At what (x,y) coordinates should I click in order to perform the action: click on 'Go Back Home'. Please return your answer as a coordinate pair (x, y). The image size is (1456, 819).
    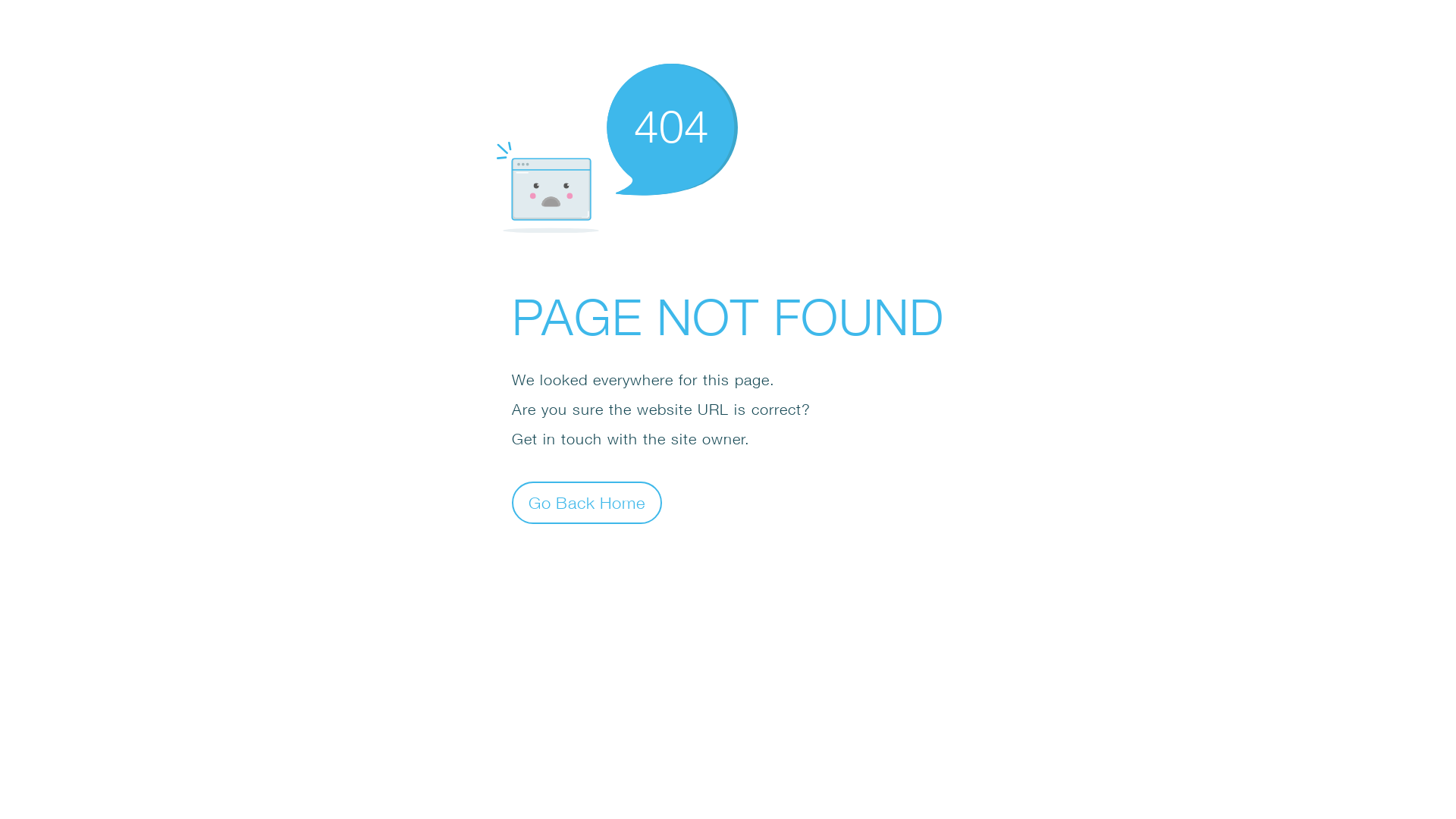
    Looking at the image, I should click on (585, 503).